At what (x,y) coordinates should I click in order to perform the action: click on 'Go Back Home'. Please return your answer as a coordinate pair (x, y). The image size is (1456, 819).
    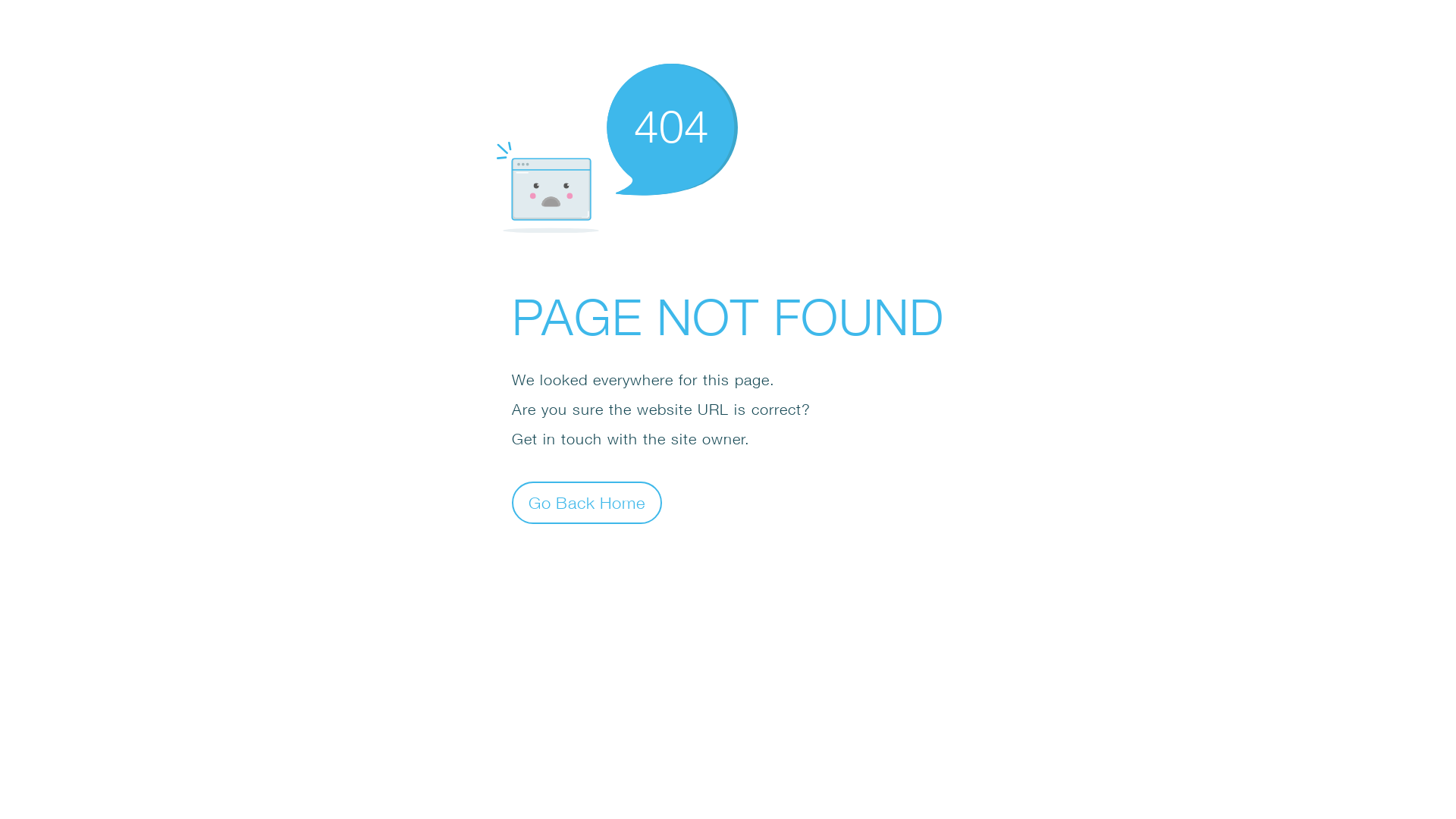
    Looking at the image, I should click on (585, 503).